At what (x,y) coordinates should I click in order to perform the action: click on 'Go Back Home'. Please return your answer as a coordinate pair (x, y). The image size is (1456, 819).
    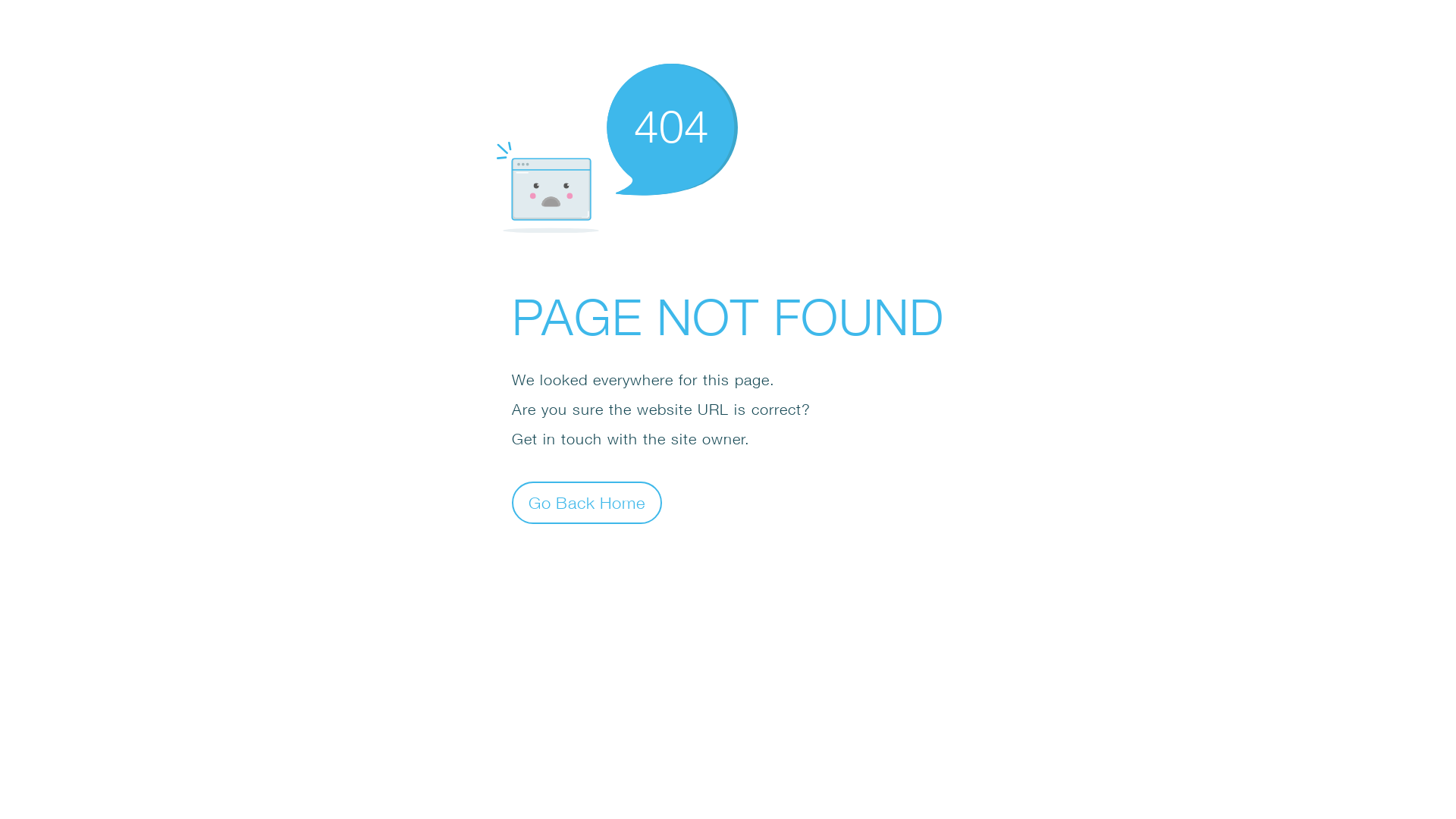
    Looking at the image, I should click on (585, 503).